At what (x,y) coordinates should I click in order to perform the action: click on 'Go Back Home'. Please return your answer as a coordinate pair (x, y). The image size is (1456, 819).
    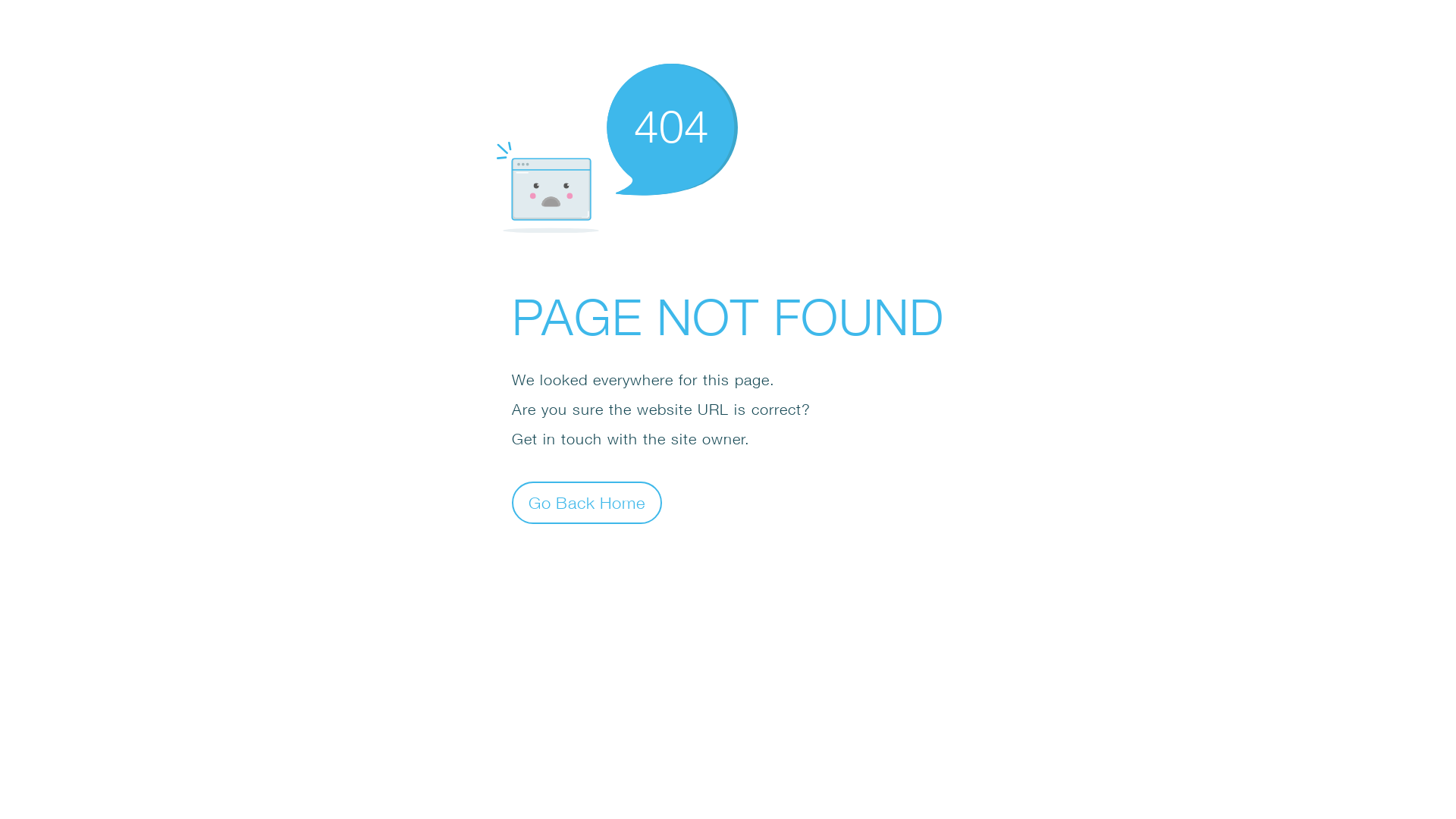
    Looking at the image, I should click on (585, 503).